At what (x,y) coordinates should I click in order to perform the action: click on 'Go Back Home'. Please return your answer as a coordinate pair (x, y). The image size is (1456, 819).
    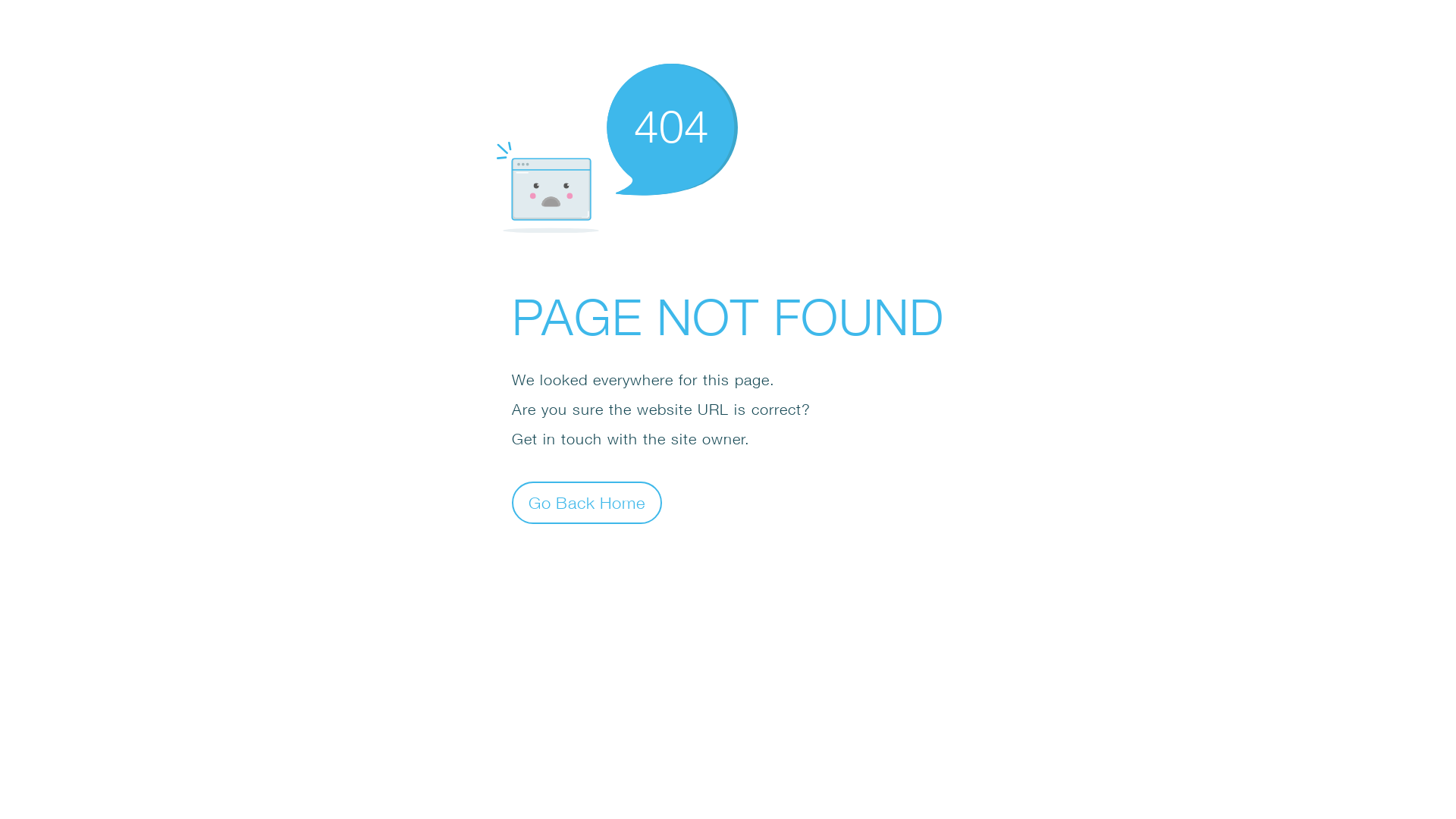
    Looking at the image, I should click on (585, 503).